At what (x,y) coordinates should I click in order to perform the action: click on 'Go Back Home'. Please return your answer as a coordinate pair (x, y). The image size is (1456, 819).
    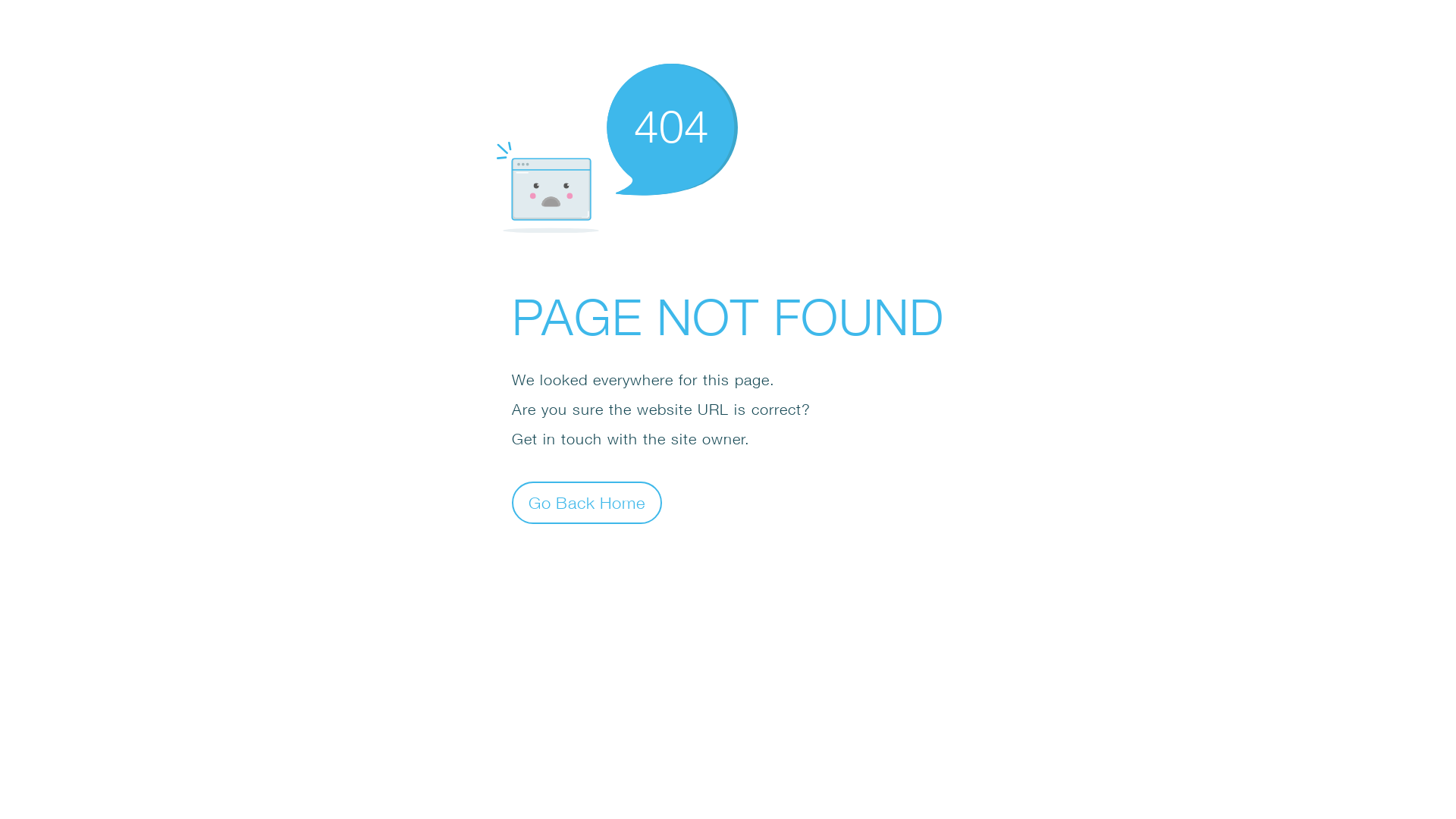
    Looking at the image, I should click on (585, 503).